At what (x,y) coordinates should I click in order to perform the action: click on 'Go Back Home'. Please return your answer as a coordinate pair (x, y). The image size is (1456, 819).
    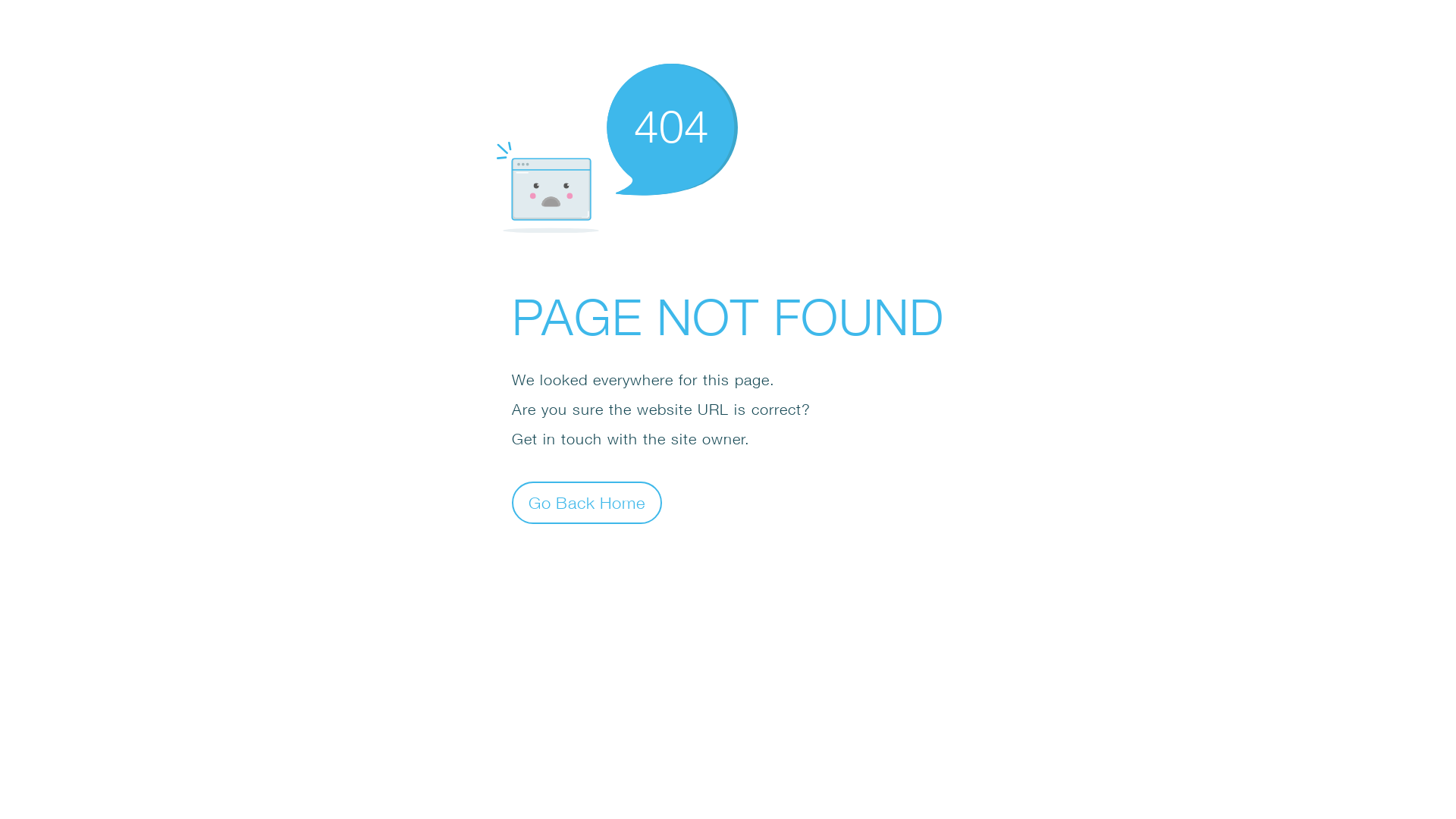
    Looking at the image, I should click on (585, 503).